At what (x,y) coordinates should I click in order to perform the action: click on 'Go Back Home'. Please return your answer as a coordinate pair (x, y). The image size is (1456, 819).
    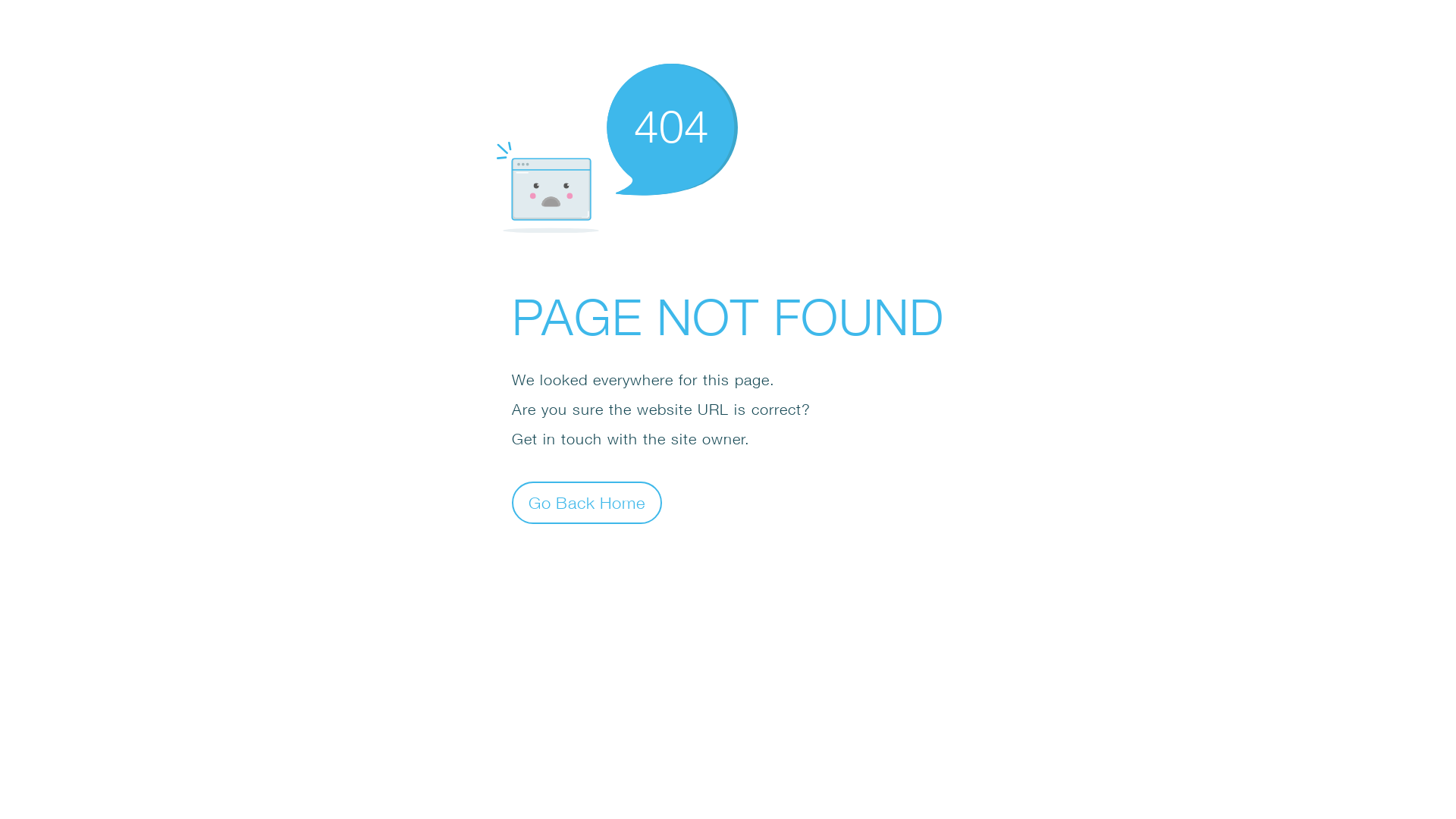
    Looking at the image, I should click on (585, 503).